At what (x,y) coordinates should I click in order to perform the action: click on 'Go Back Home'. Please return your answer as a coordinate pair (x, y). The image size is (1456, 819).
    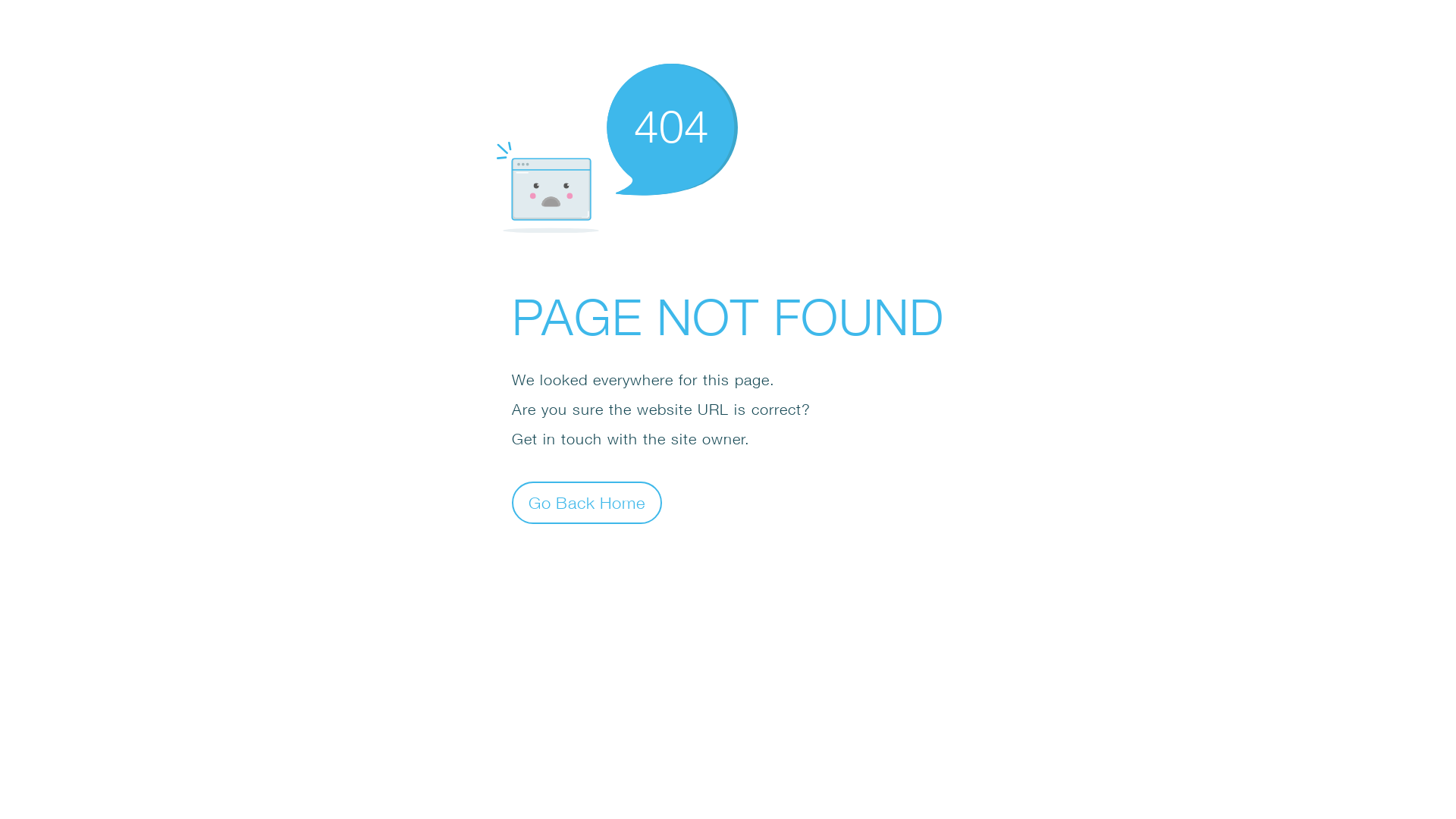
    Looking at the image, I should click on (585, 503).